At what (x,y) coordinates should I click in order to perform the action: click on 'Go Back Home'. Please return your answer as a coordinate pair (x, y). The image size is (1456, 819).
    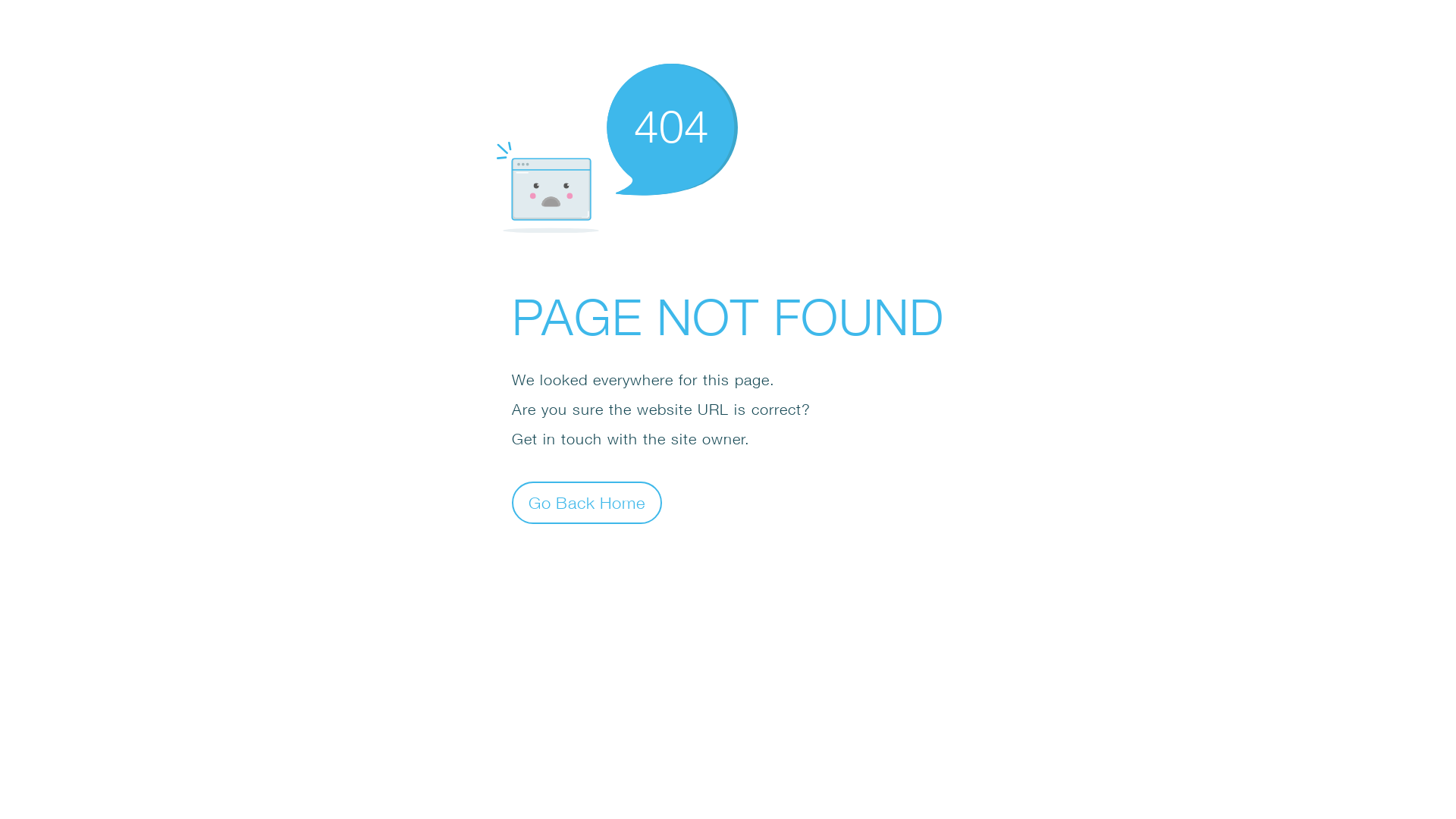
    Looking at the image, I should click on (585, 503).